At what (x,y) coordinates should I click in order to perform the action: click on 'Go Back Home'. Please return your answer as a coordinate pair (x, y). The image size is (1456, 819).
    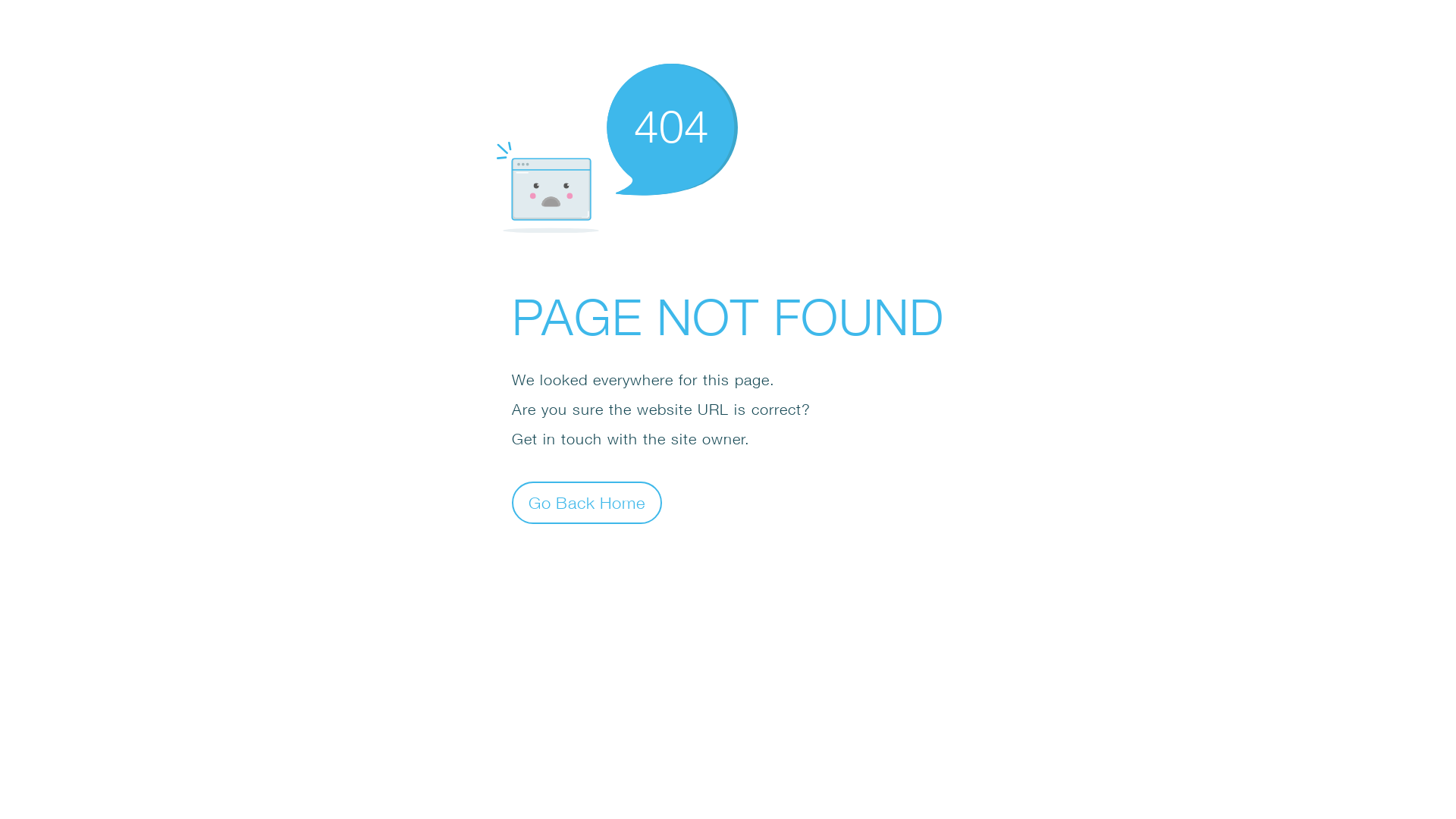
    Looking at the image, I should click on (585, 503).